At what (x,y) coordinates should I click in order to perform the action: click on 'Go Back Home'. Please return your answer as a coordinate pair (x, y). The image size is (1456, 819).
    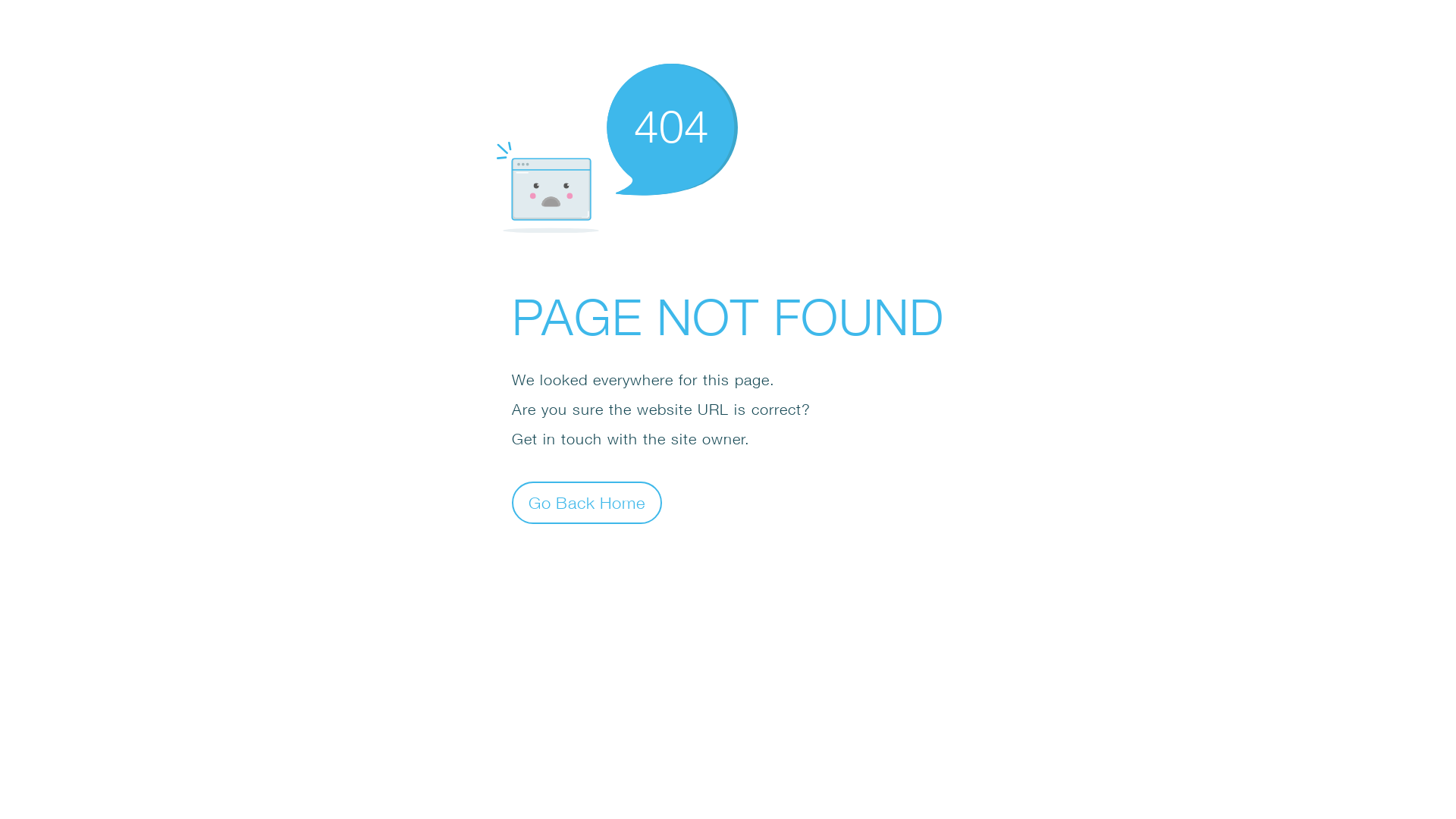
    Looking at the image, I should click on (585, 503).